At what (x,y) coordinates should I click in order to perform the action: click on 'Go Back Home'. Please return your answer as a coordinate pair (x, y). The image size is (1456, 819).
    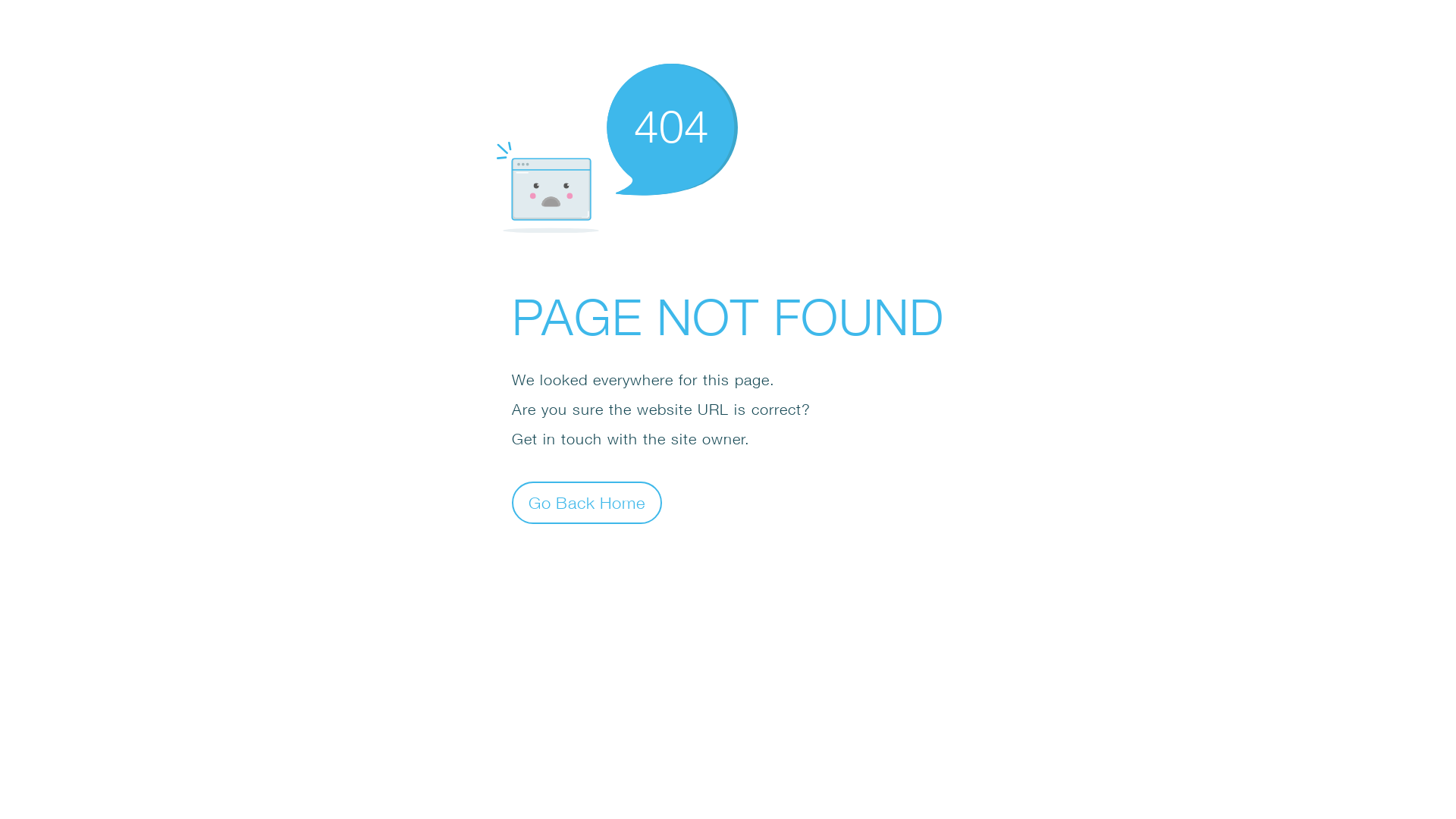
    Looking at the image, I should click on (585, 503).